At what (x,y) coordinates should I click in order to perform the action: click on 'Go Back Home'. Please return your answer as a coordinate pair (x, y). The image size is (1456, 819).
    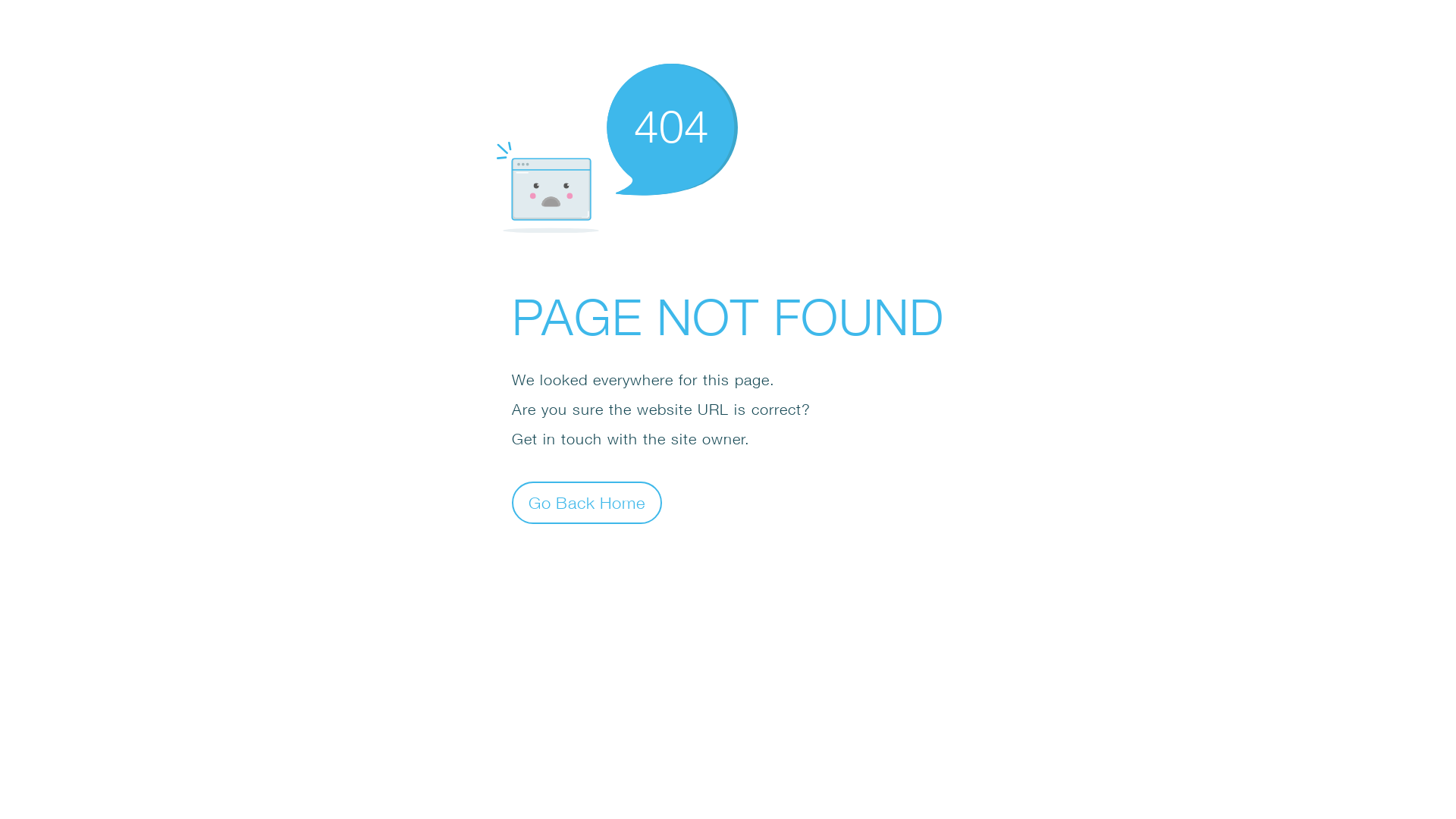
    Looking at the image, I should click on (585, 503).